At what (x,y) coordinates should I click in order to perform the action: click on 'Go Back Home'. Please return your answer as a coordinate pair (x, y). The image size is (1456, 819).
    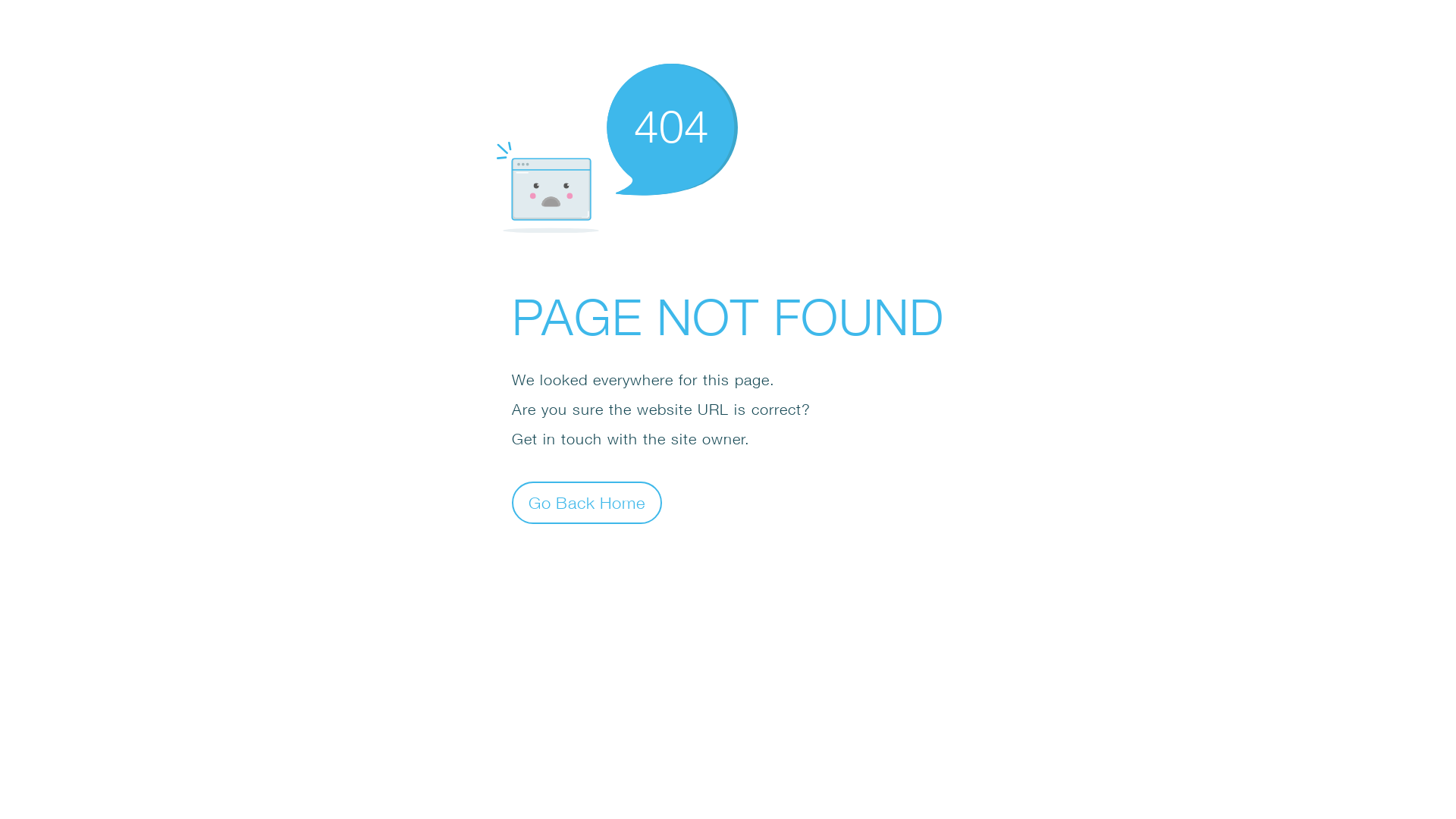
    Looking at the image, I should click on (585, 503).